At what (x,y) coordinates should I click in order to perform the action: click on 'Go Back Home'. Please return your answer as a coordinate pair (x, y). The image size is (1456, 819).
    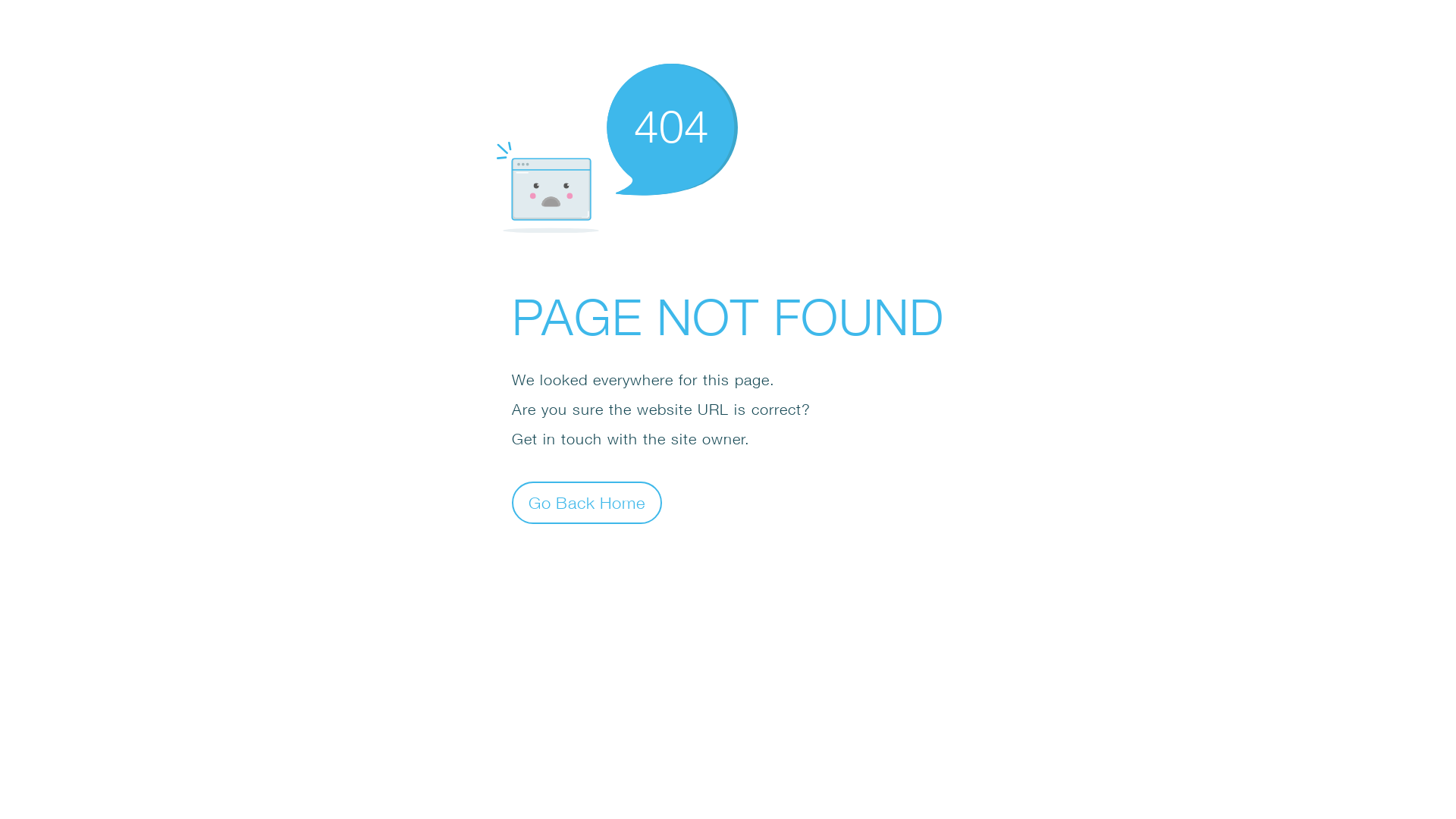
    Looking at the image, I should click on (585, 503).